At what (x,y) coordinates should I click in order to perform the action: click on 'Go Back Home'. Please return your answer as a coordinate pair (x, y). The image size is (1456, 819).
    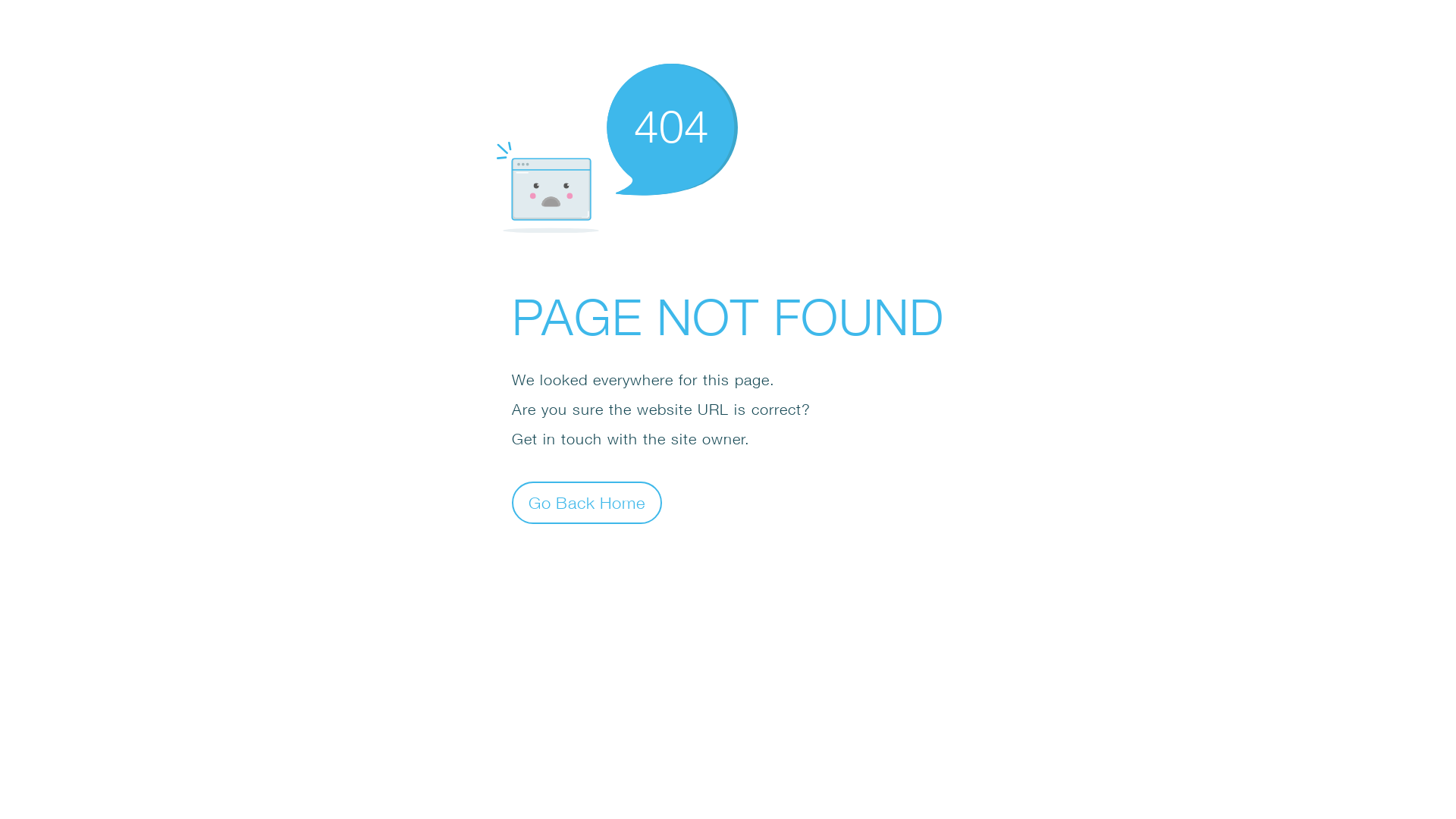
    Looking at the image, I should click on (585, 503).